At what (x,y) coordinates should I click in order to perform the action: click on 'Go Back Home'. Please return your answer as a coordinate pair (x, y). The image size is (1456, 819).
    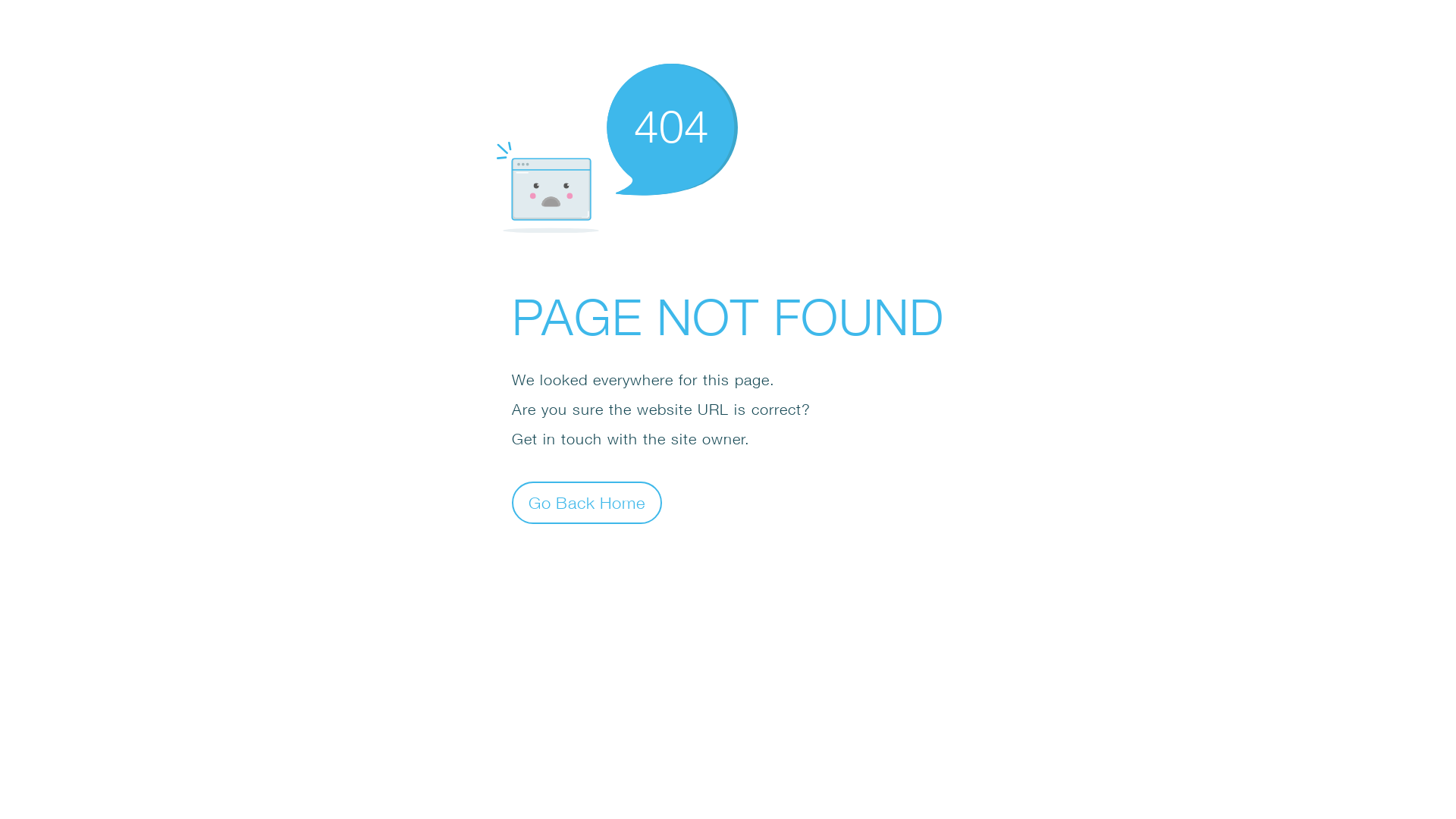
    Looking at the image, I should click on (585, 503).